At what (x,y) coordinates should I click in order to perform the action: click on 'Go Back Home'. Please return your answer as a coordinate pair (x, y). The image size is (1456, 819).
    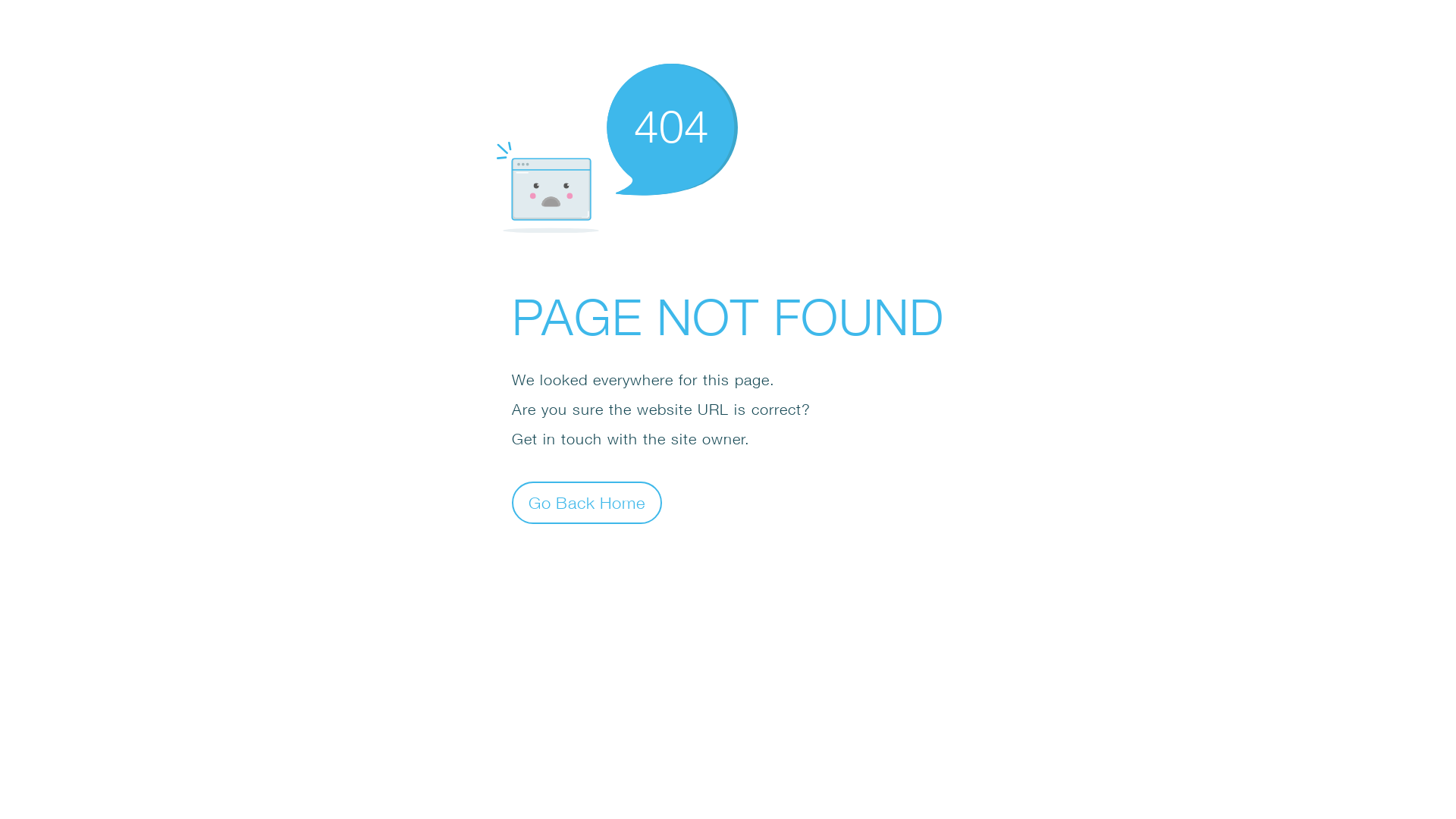
    Looking at the image, I should click on (585, 503).